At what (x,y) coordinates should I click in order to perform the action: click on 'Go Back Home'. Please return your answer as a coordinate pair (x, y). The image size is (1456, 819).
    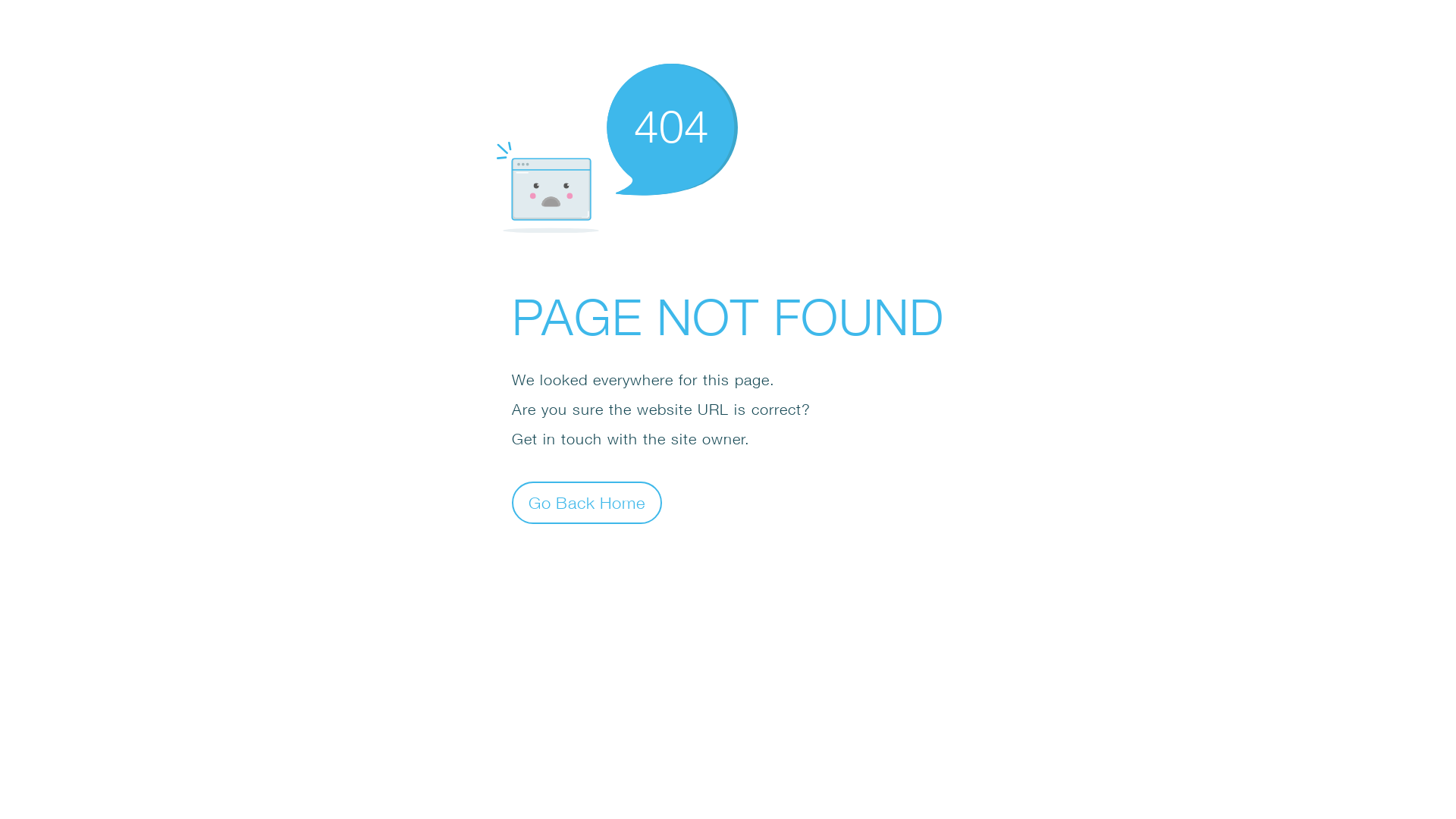
    Looking at the image, I should click on (585, 503).